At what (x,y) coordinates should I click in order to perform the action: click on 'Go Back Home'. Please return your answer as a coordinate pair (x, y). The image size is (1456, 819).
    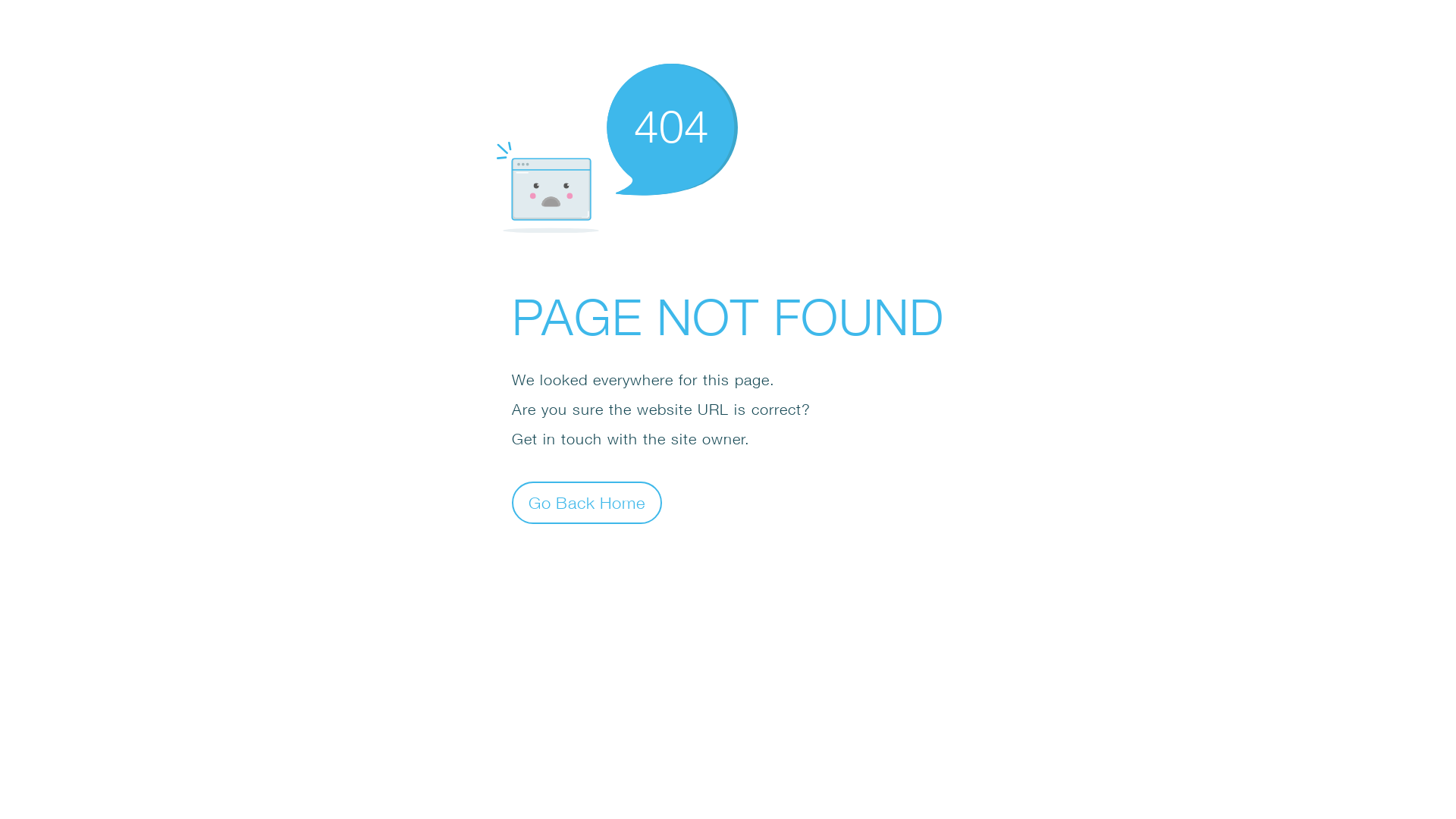
    Looking at the image, I should click on (585, 503).